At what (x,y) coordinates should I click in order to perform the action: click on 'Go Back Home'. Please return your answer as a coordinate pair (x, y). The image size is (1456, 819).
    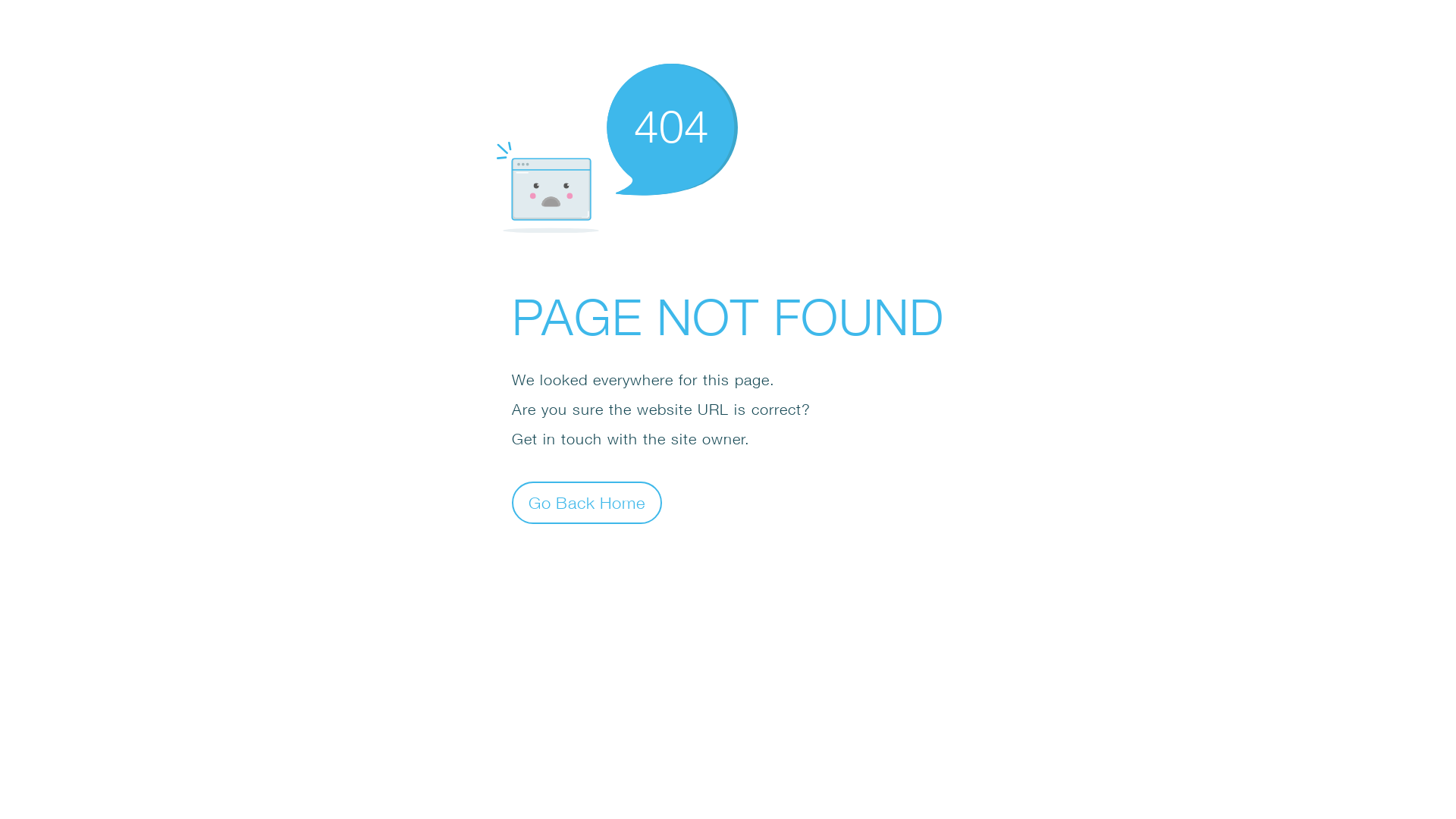
    Looking at the image, I should click on (585, 503).